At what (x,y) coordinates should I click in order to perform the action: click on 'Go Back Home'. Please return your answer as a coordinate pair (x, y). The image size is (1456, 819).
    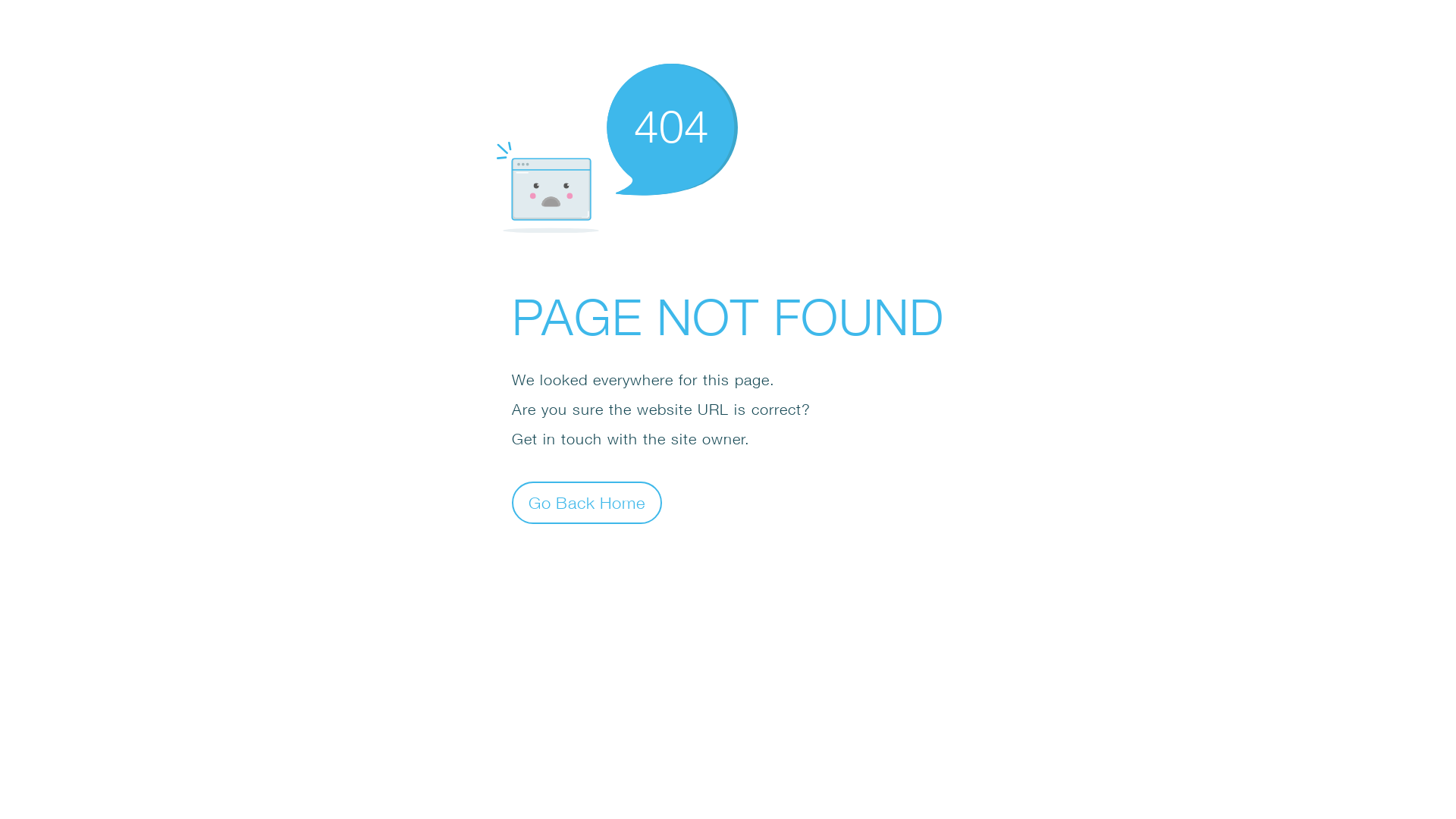
    Looking at the image, I should click on (585, 503).